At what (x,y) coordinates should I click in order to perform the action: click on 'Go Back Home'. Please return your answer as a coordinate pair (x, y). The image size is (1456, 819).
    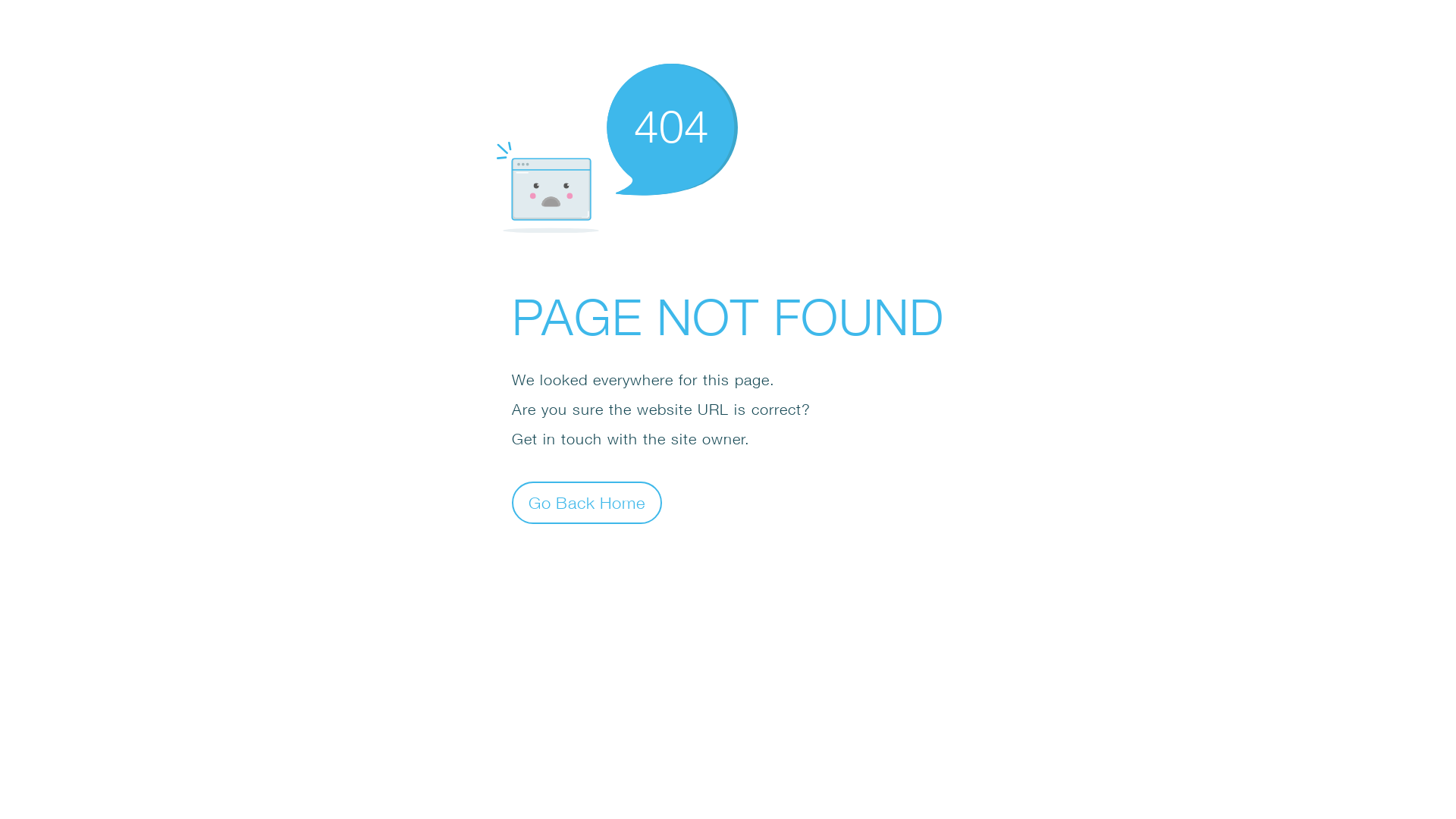
    Looking at the image, I should click on (585, 503).